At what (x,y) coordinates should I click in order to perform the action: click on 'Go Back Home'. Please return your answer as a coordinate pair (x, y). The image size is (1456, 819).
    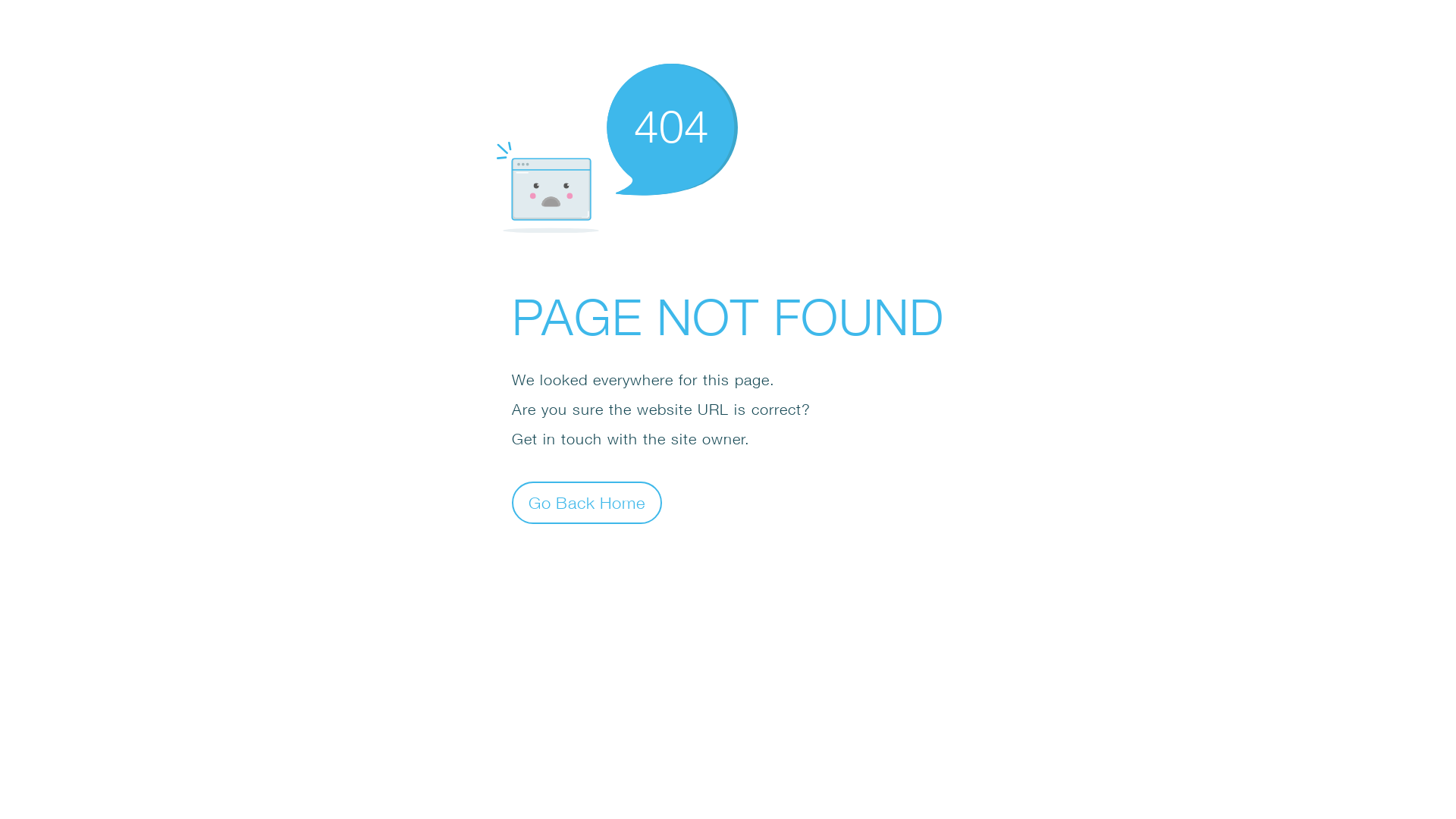
    Looking at the image, I should click on (585, 503).